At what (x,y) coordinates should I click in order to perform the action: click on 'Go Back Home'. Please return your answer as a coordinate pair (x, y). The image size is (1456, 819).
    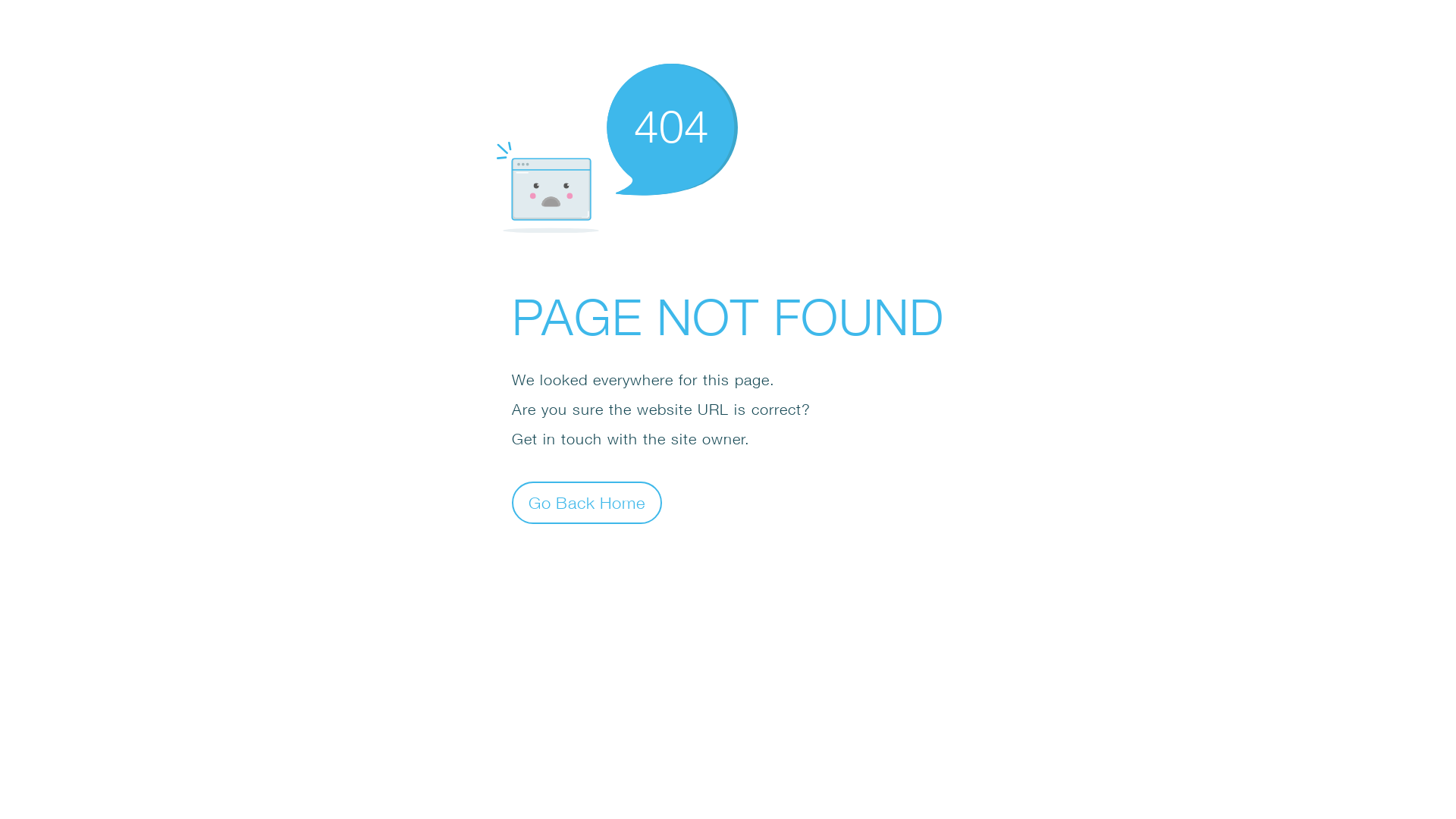
    Looking at the image, I should click on (585, 503).